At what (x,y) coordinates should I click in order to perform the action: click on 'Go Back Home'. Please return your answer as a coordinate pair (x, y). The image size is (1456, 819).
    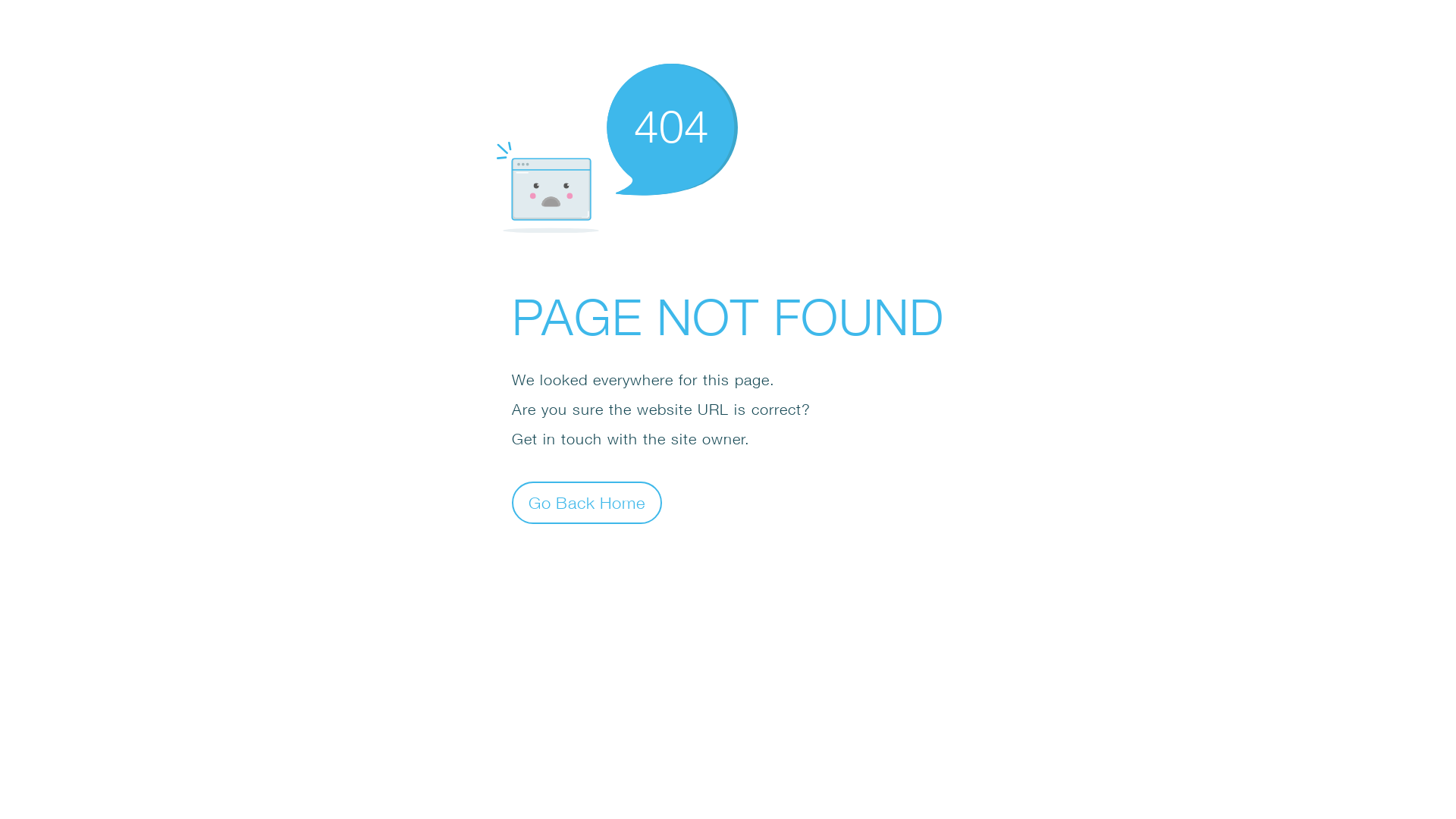
    Looking at the image, I should click on (585, 503).